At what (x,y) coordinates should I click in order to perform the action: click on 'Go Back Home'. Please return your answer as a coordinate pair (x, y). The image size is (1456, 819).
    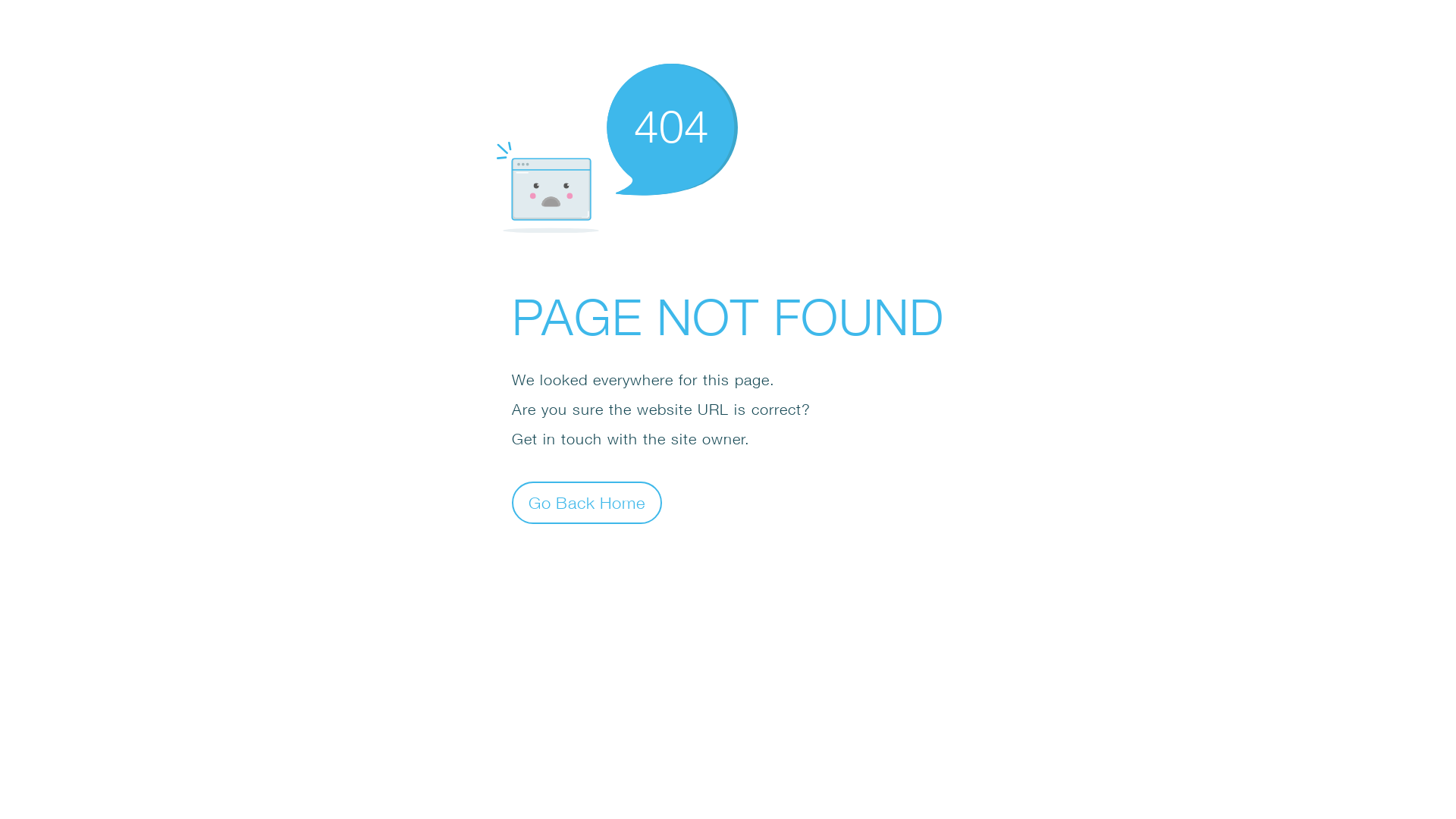
    Looking at the image, I should click on (585, 503).